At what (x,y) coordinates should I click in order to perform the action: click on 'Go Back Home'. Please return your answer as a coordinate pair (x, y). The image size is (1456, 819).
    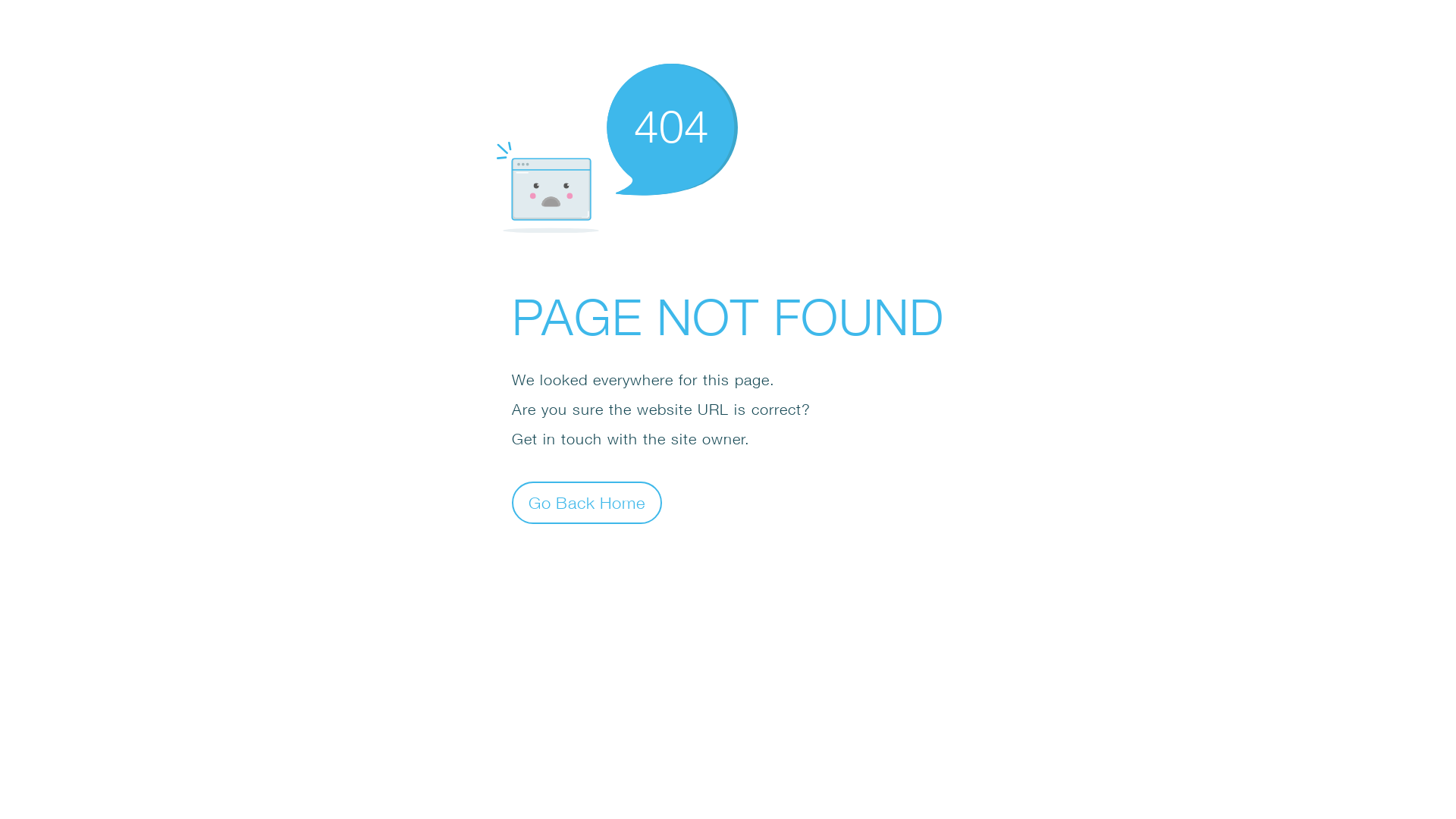
    Looking at the image, I should click on (585, 503).